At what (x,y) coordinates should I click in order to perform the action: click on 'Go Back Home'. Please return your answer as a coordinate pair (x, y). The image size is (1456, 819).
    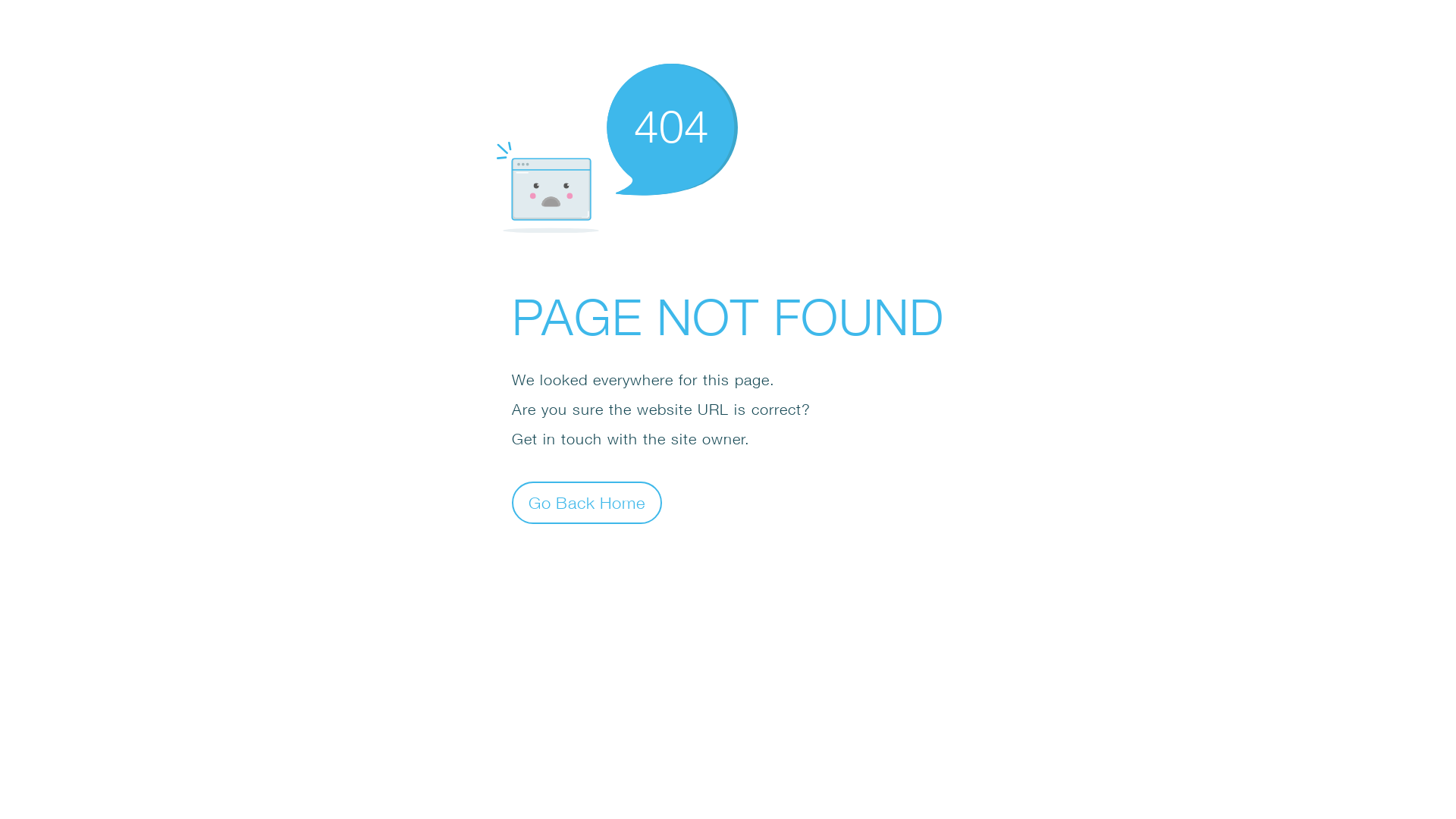
    Looking at the image, I should click on (585, 503).